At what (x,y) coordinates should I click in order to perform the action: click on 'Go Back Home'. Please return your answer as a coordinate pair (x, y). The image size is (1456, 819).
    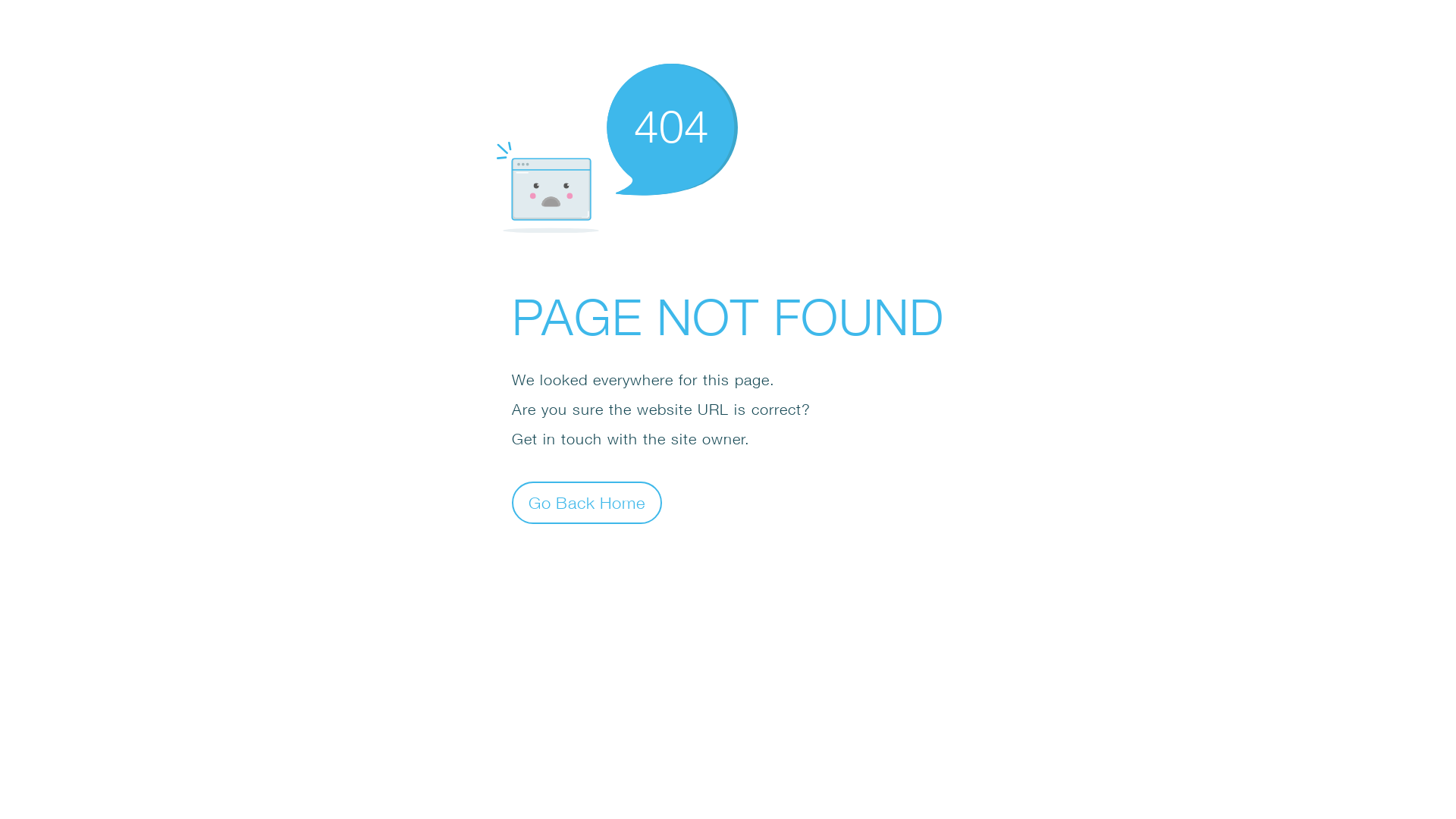
    Looking at the image, I should click on (585, 503).